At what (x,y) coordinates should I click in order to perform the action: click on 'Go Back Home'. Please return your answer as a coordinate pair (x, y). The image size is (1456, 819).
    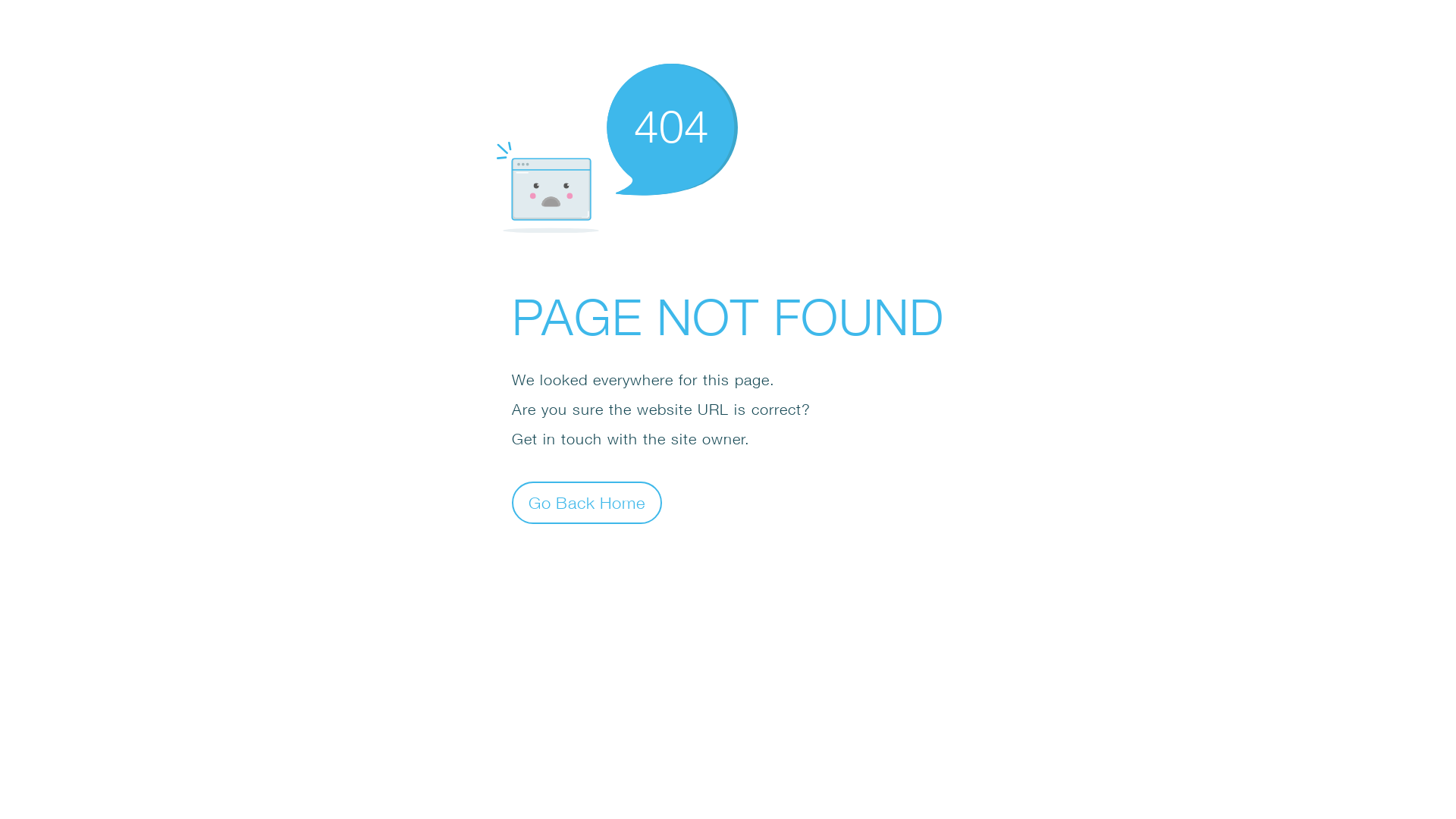
    Looking at the image, I should click on (585, 503).